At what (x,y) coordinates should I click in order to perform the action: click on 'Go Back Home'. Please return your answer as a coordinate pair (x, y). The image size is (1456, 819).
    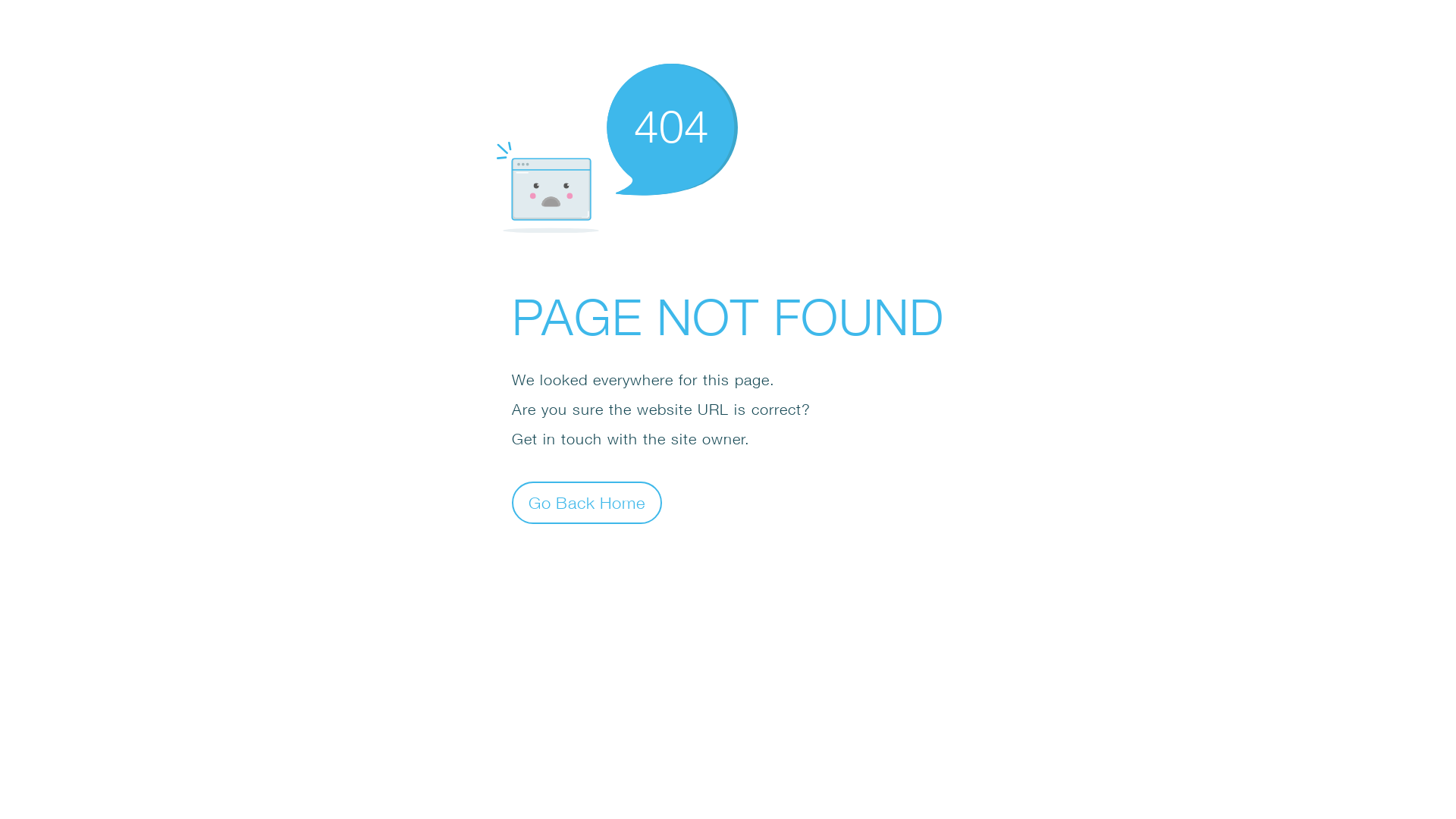
    Looking at the image, I should click on (585, 503).